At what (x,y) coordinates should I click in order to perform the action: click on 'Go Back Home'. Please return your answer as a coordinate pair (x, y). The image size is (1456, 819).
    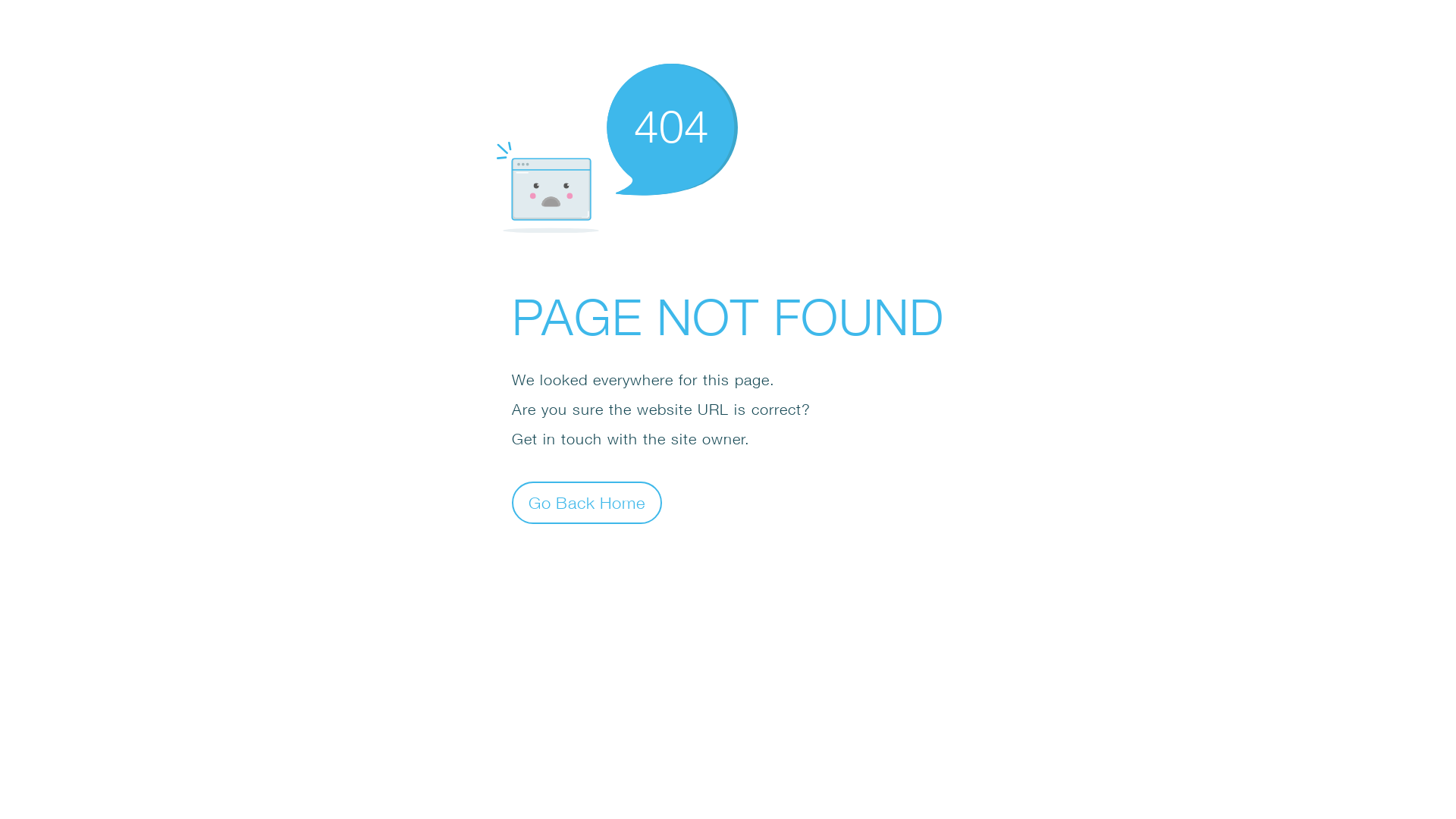
    Looking at the image, I should click on (585, 503).